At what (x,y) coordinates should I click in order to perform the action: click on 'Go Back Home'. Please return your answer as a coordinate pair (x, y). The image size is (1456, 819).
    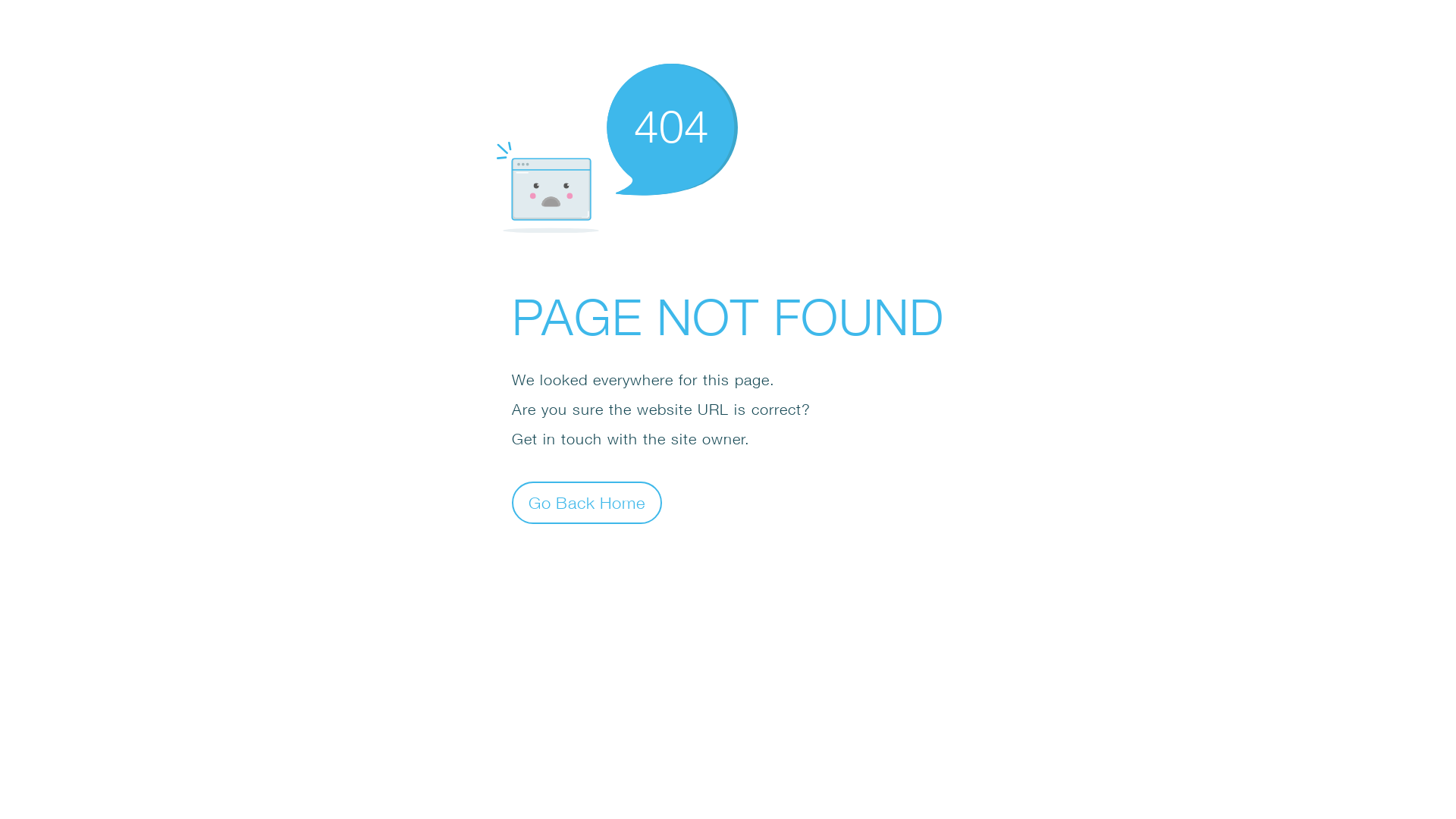
    Looking at the image, I should click on (585, 503).